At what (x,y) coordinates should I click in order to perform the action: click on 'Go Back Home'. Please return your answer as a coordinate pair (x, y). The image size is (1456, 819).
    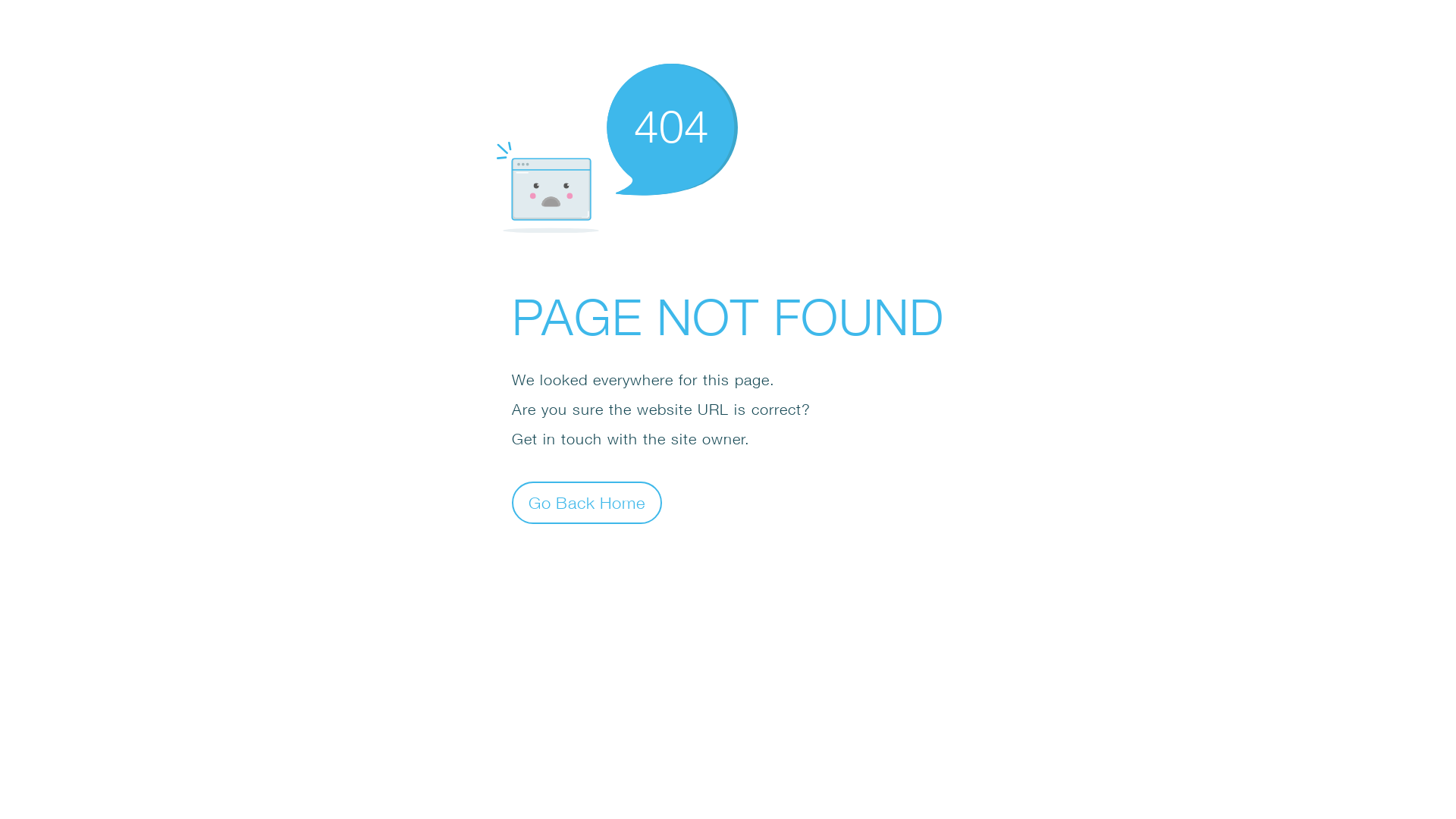
    Looking at the image, I should click on (585, 503).